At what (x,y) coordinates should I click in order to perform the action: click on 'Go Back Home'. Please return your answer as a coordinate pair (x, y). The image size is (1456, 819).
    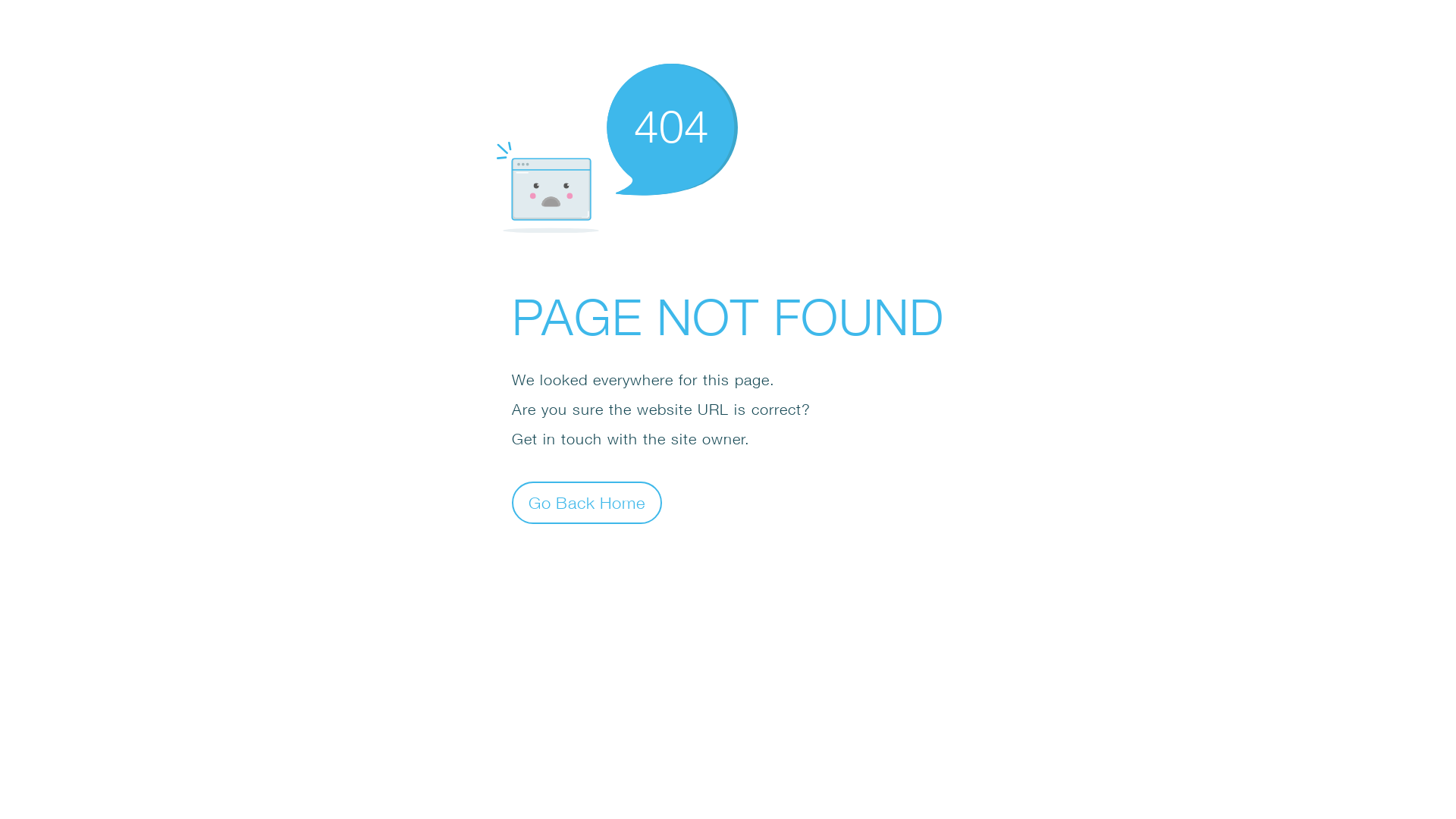
    Looking at the image, I should click on (585, 503).